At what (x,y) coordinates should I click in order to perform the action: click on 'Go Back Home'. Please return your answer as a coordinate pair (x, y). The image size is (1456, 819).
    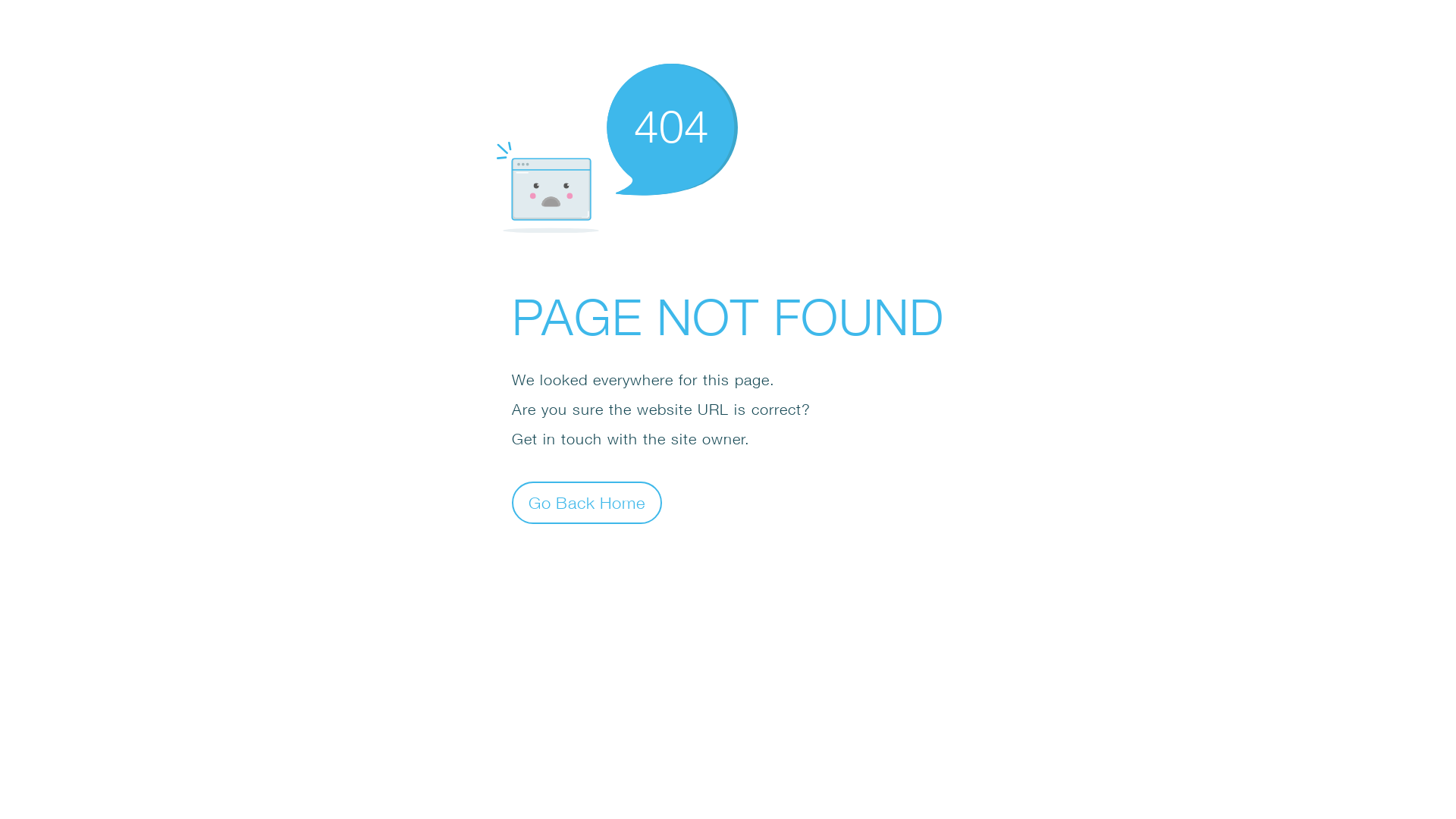
    Looking at the image, I should click on (585, 503).